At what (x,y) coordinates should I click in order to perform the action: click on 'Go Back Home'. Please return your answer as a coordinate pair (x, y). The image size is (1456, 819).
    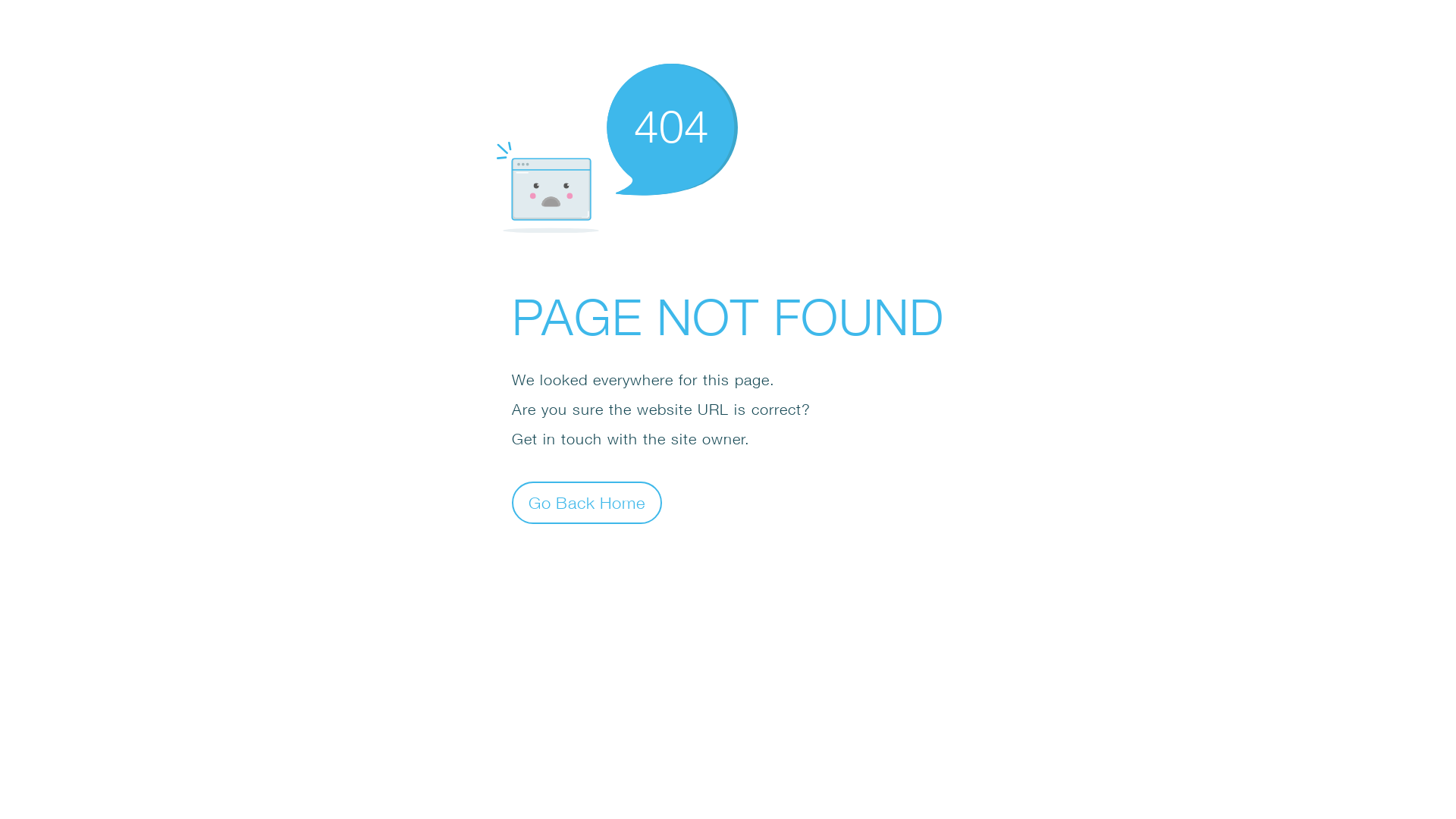
    Looking at the image, I should click on (585, 503).